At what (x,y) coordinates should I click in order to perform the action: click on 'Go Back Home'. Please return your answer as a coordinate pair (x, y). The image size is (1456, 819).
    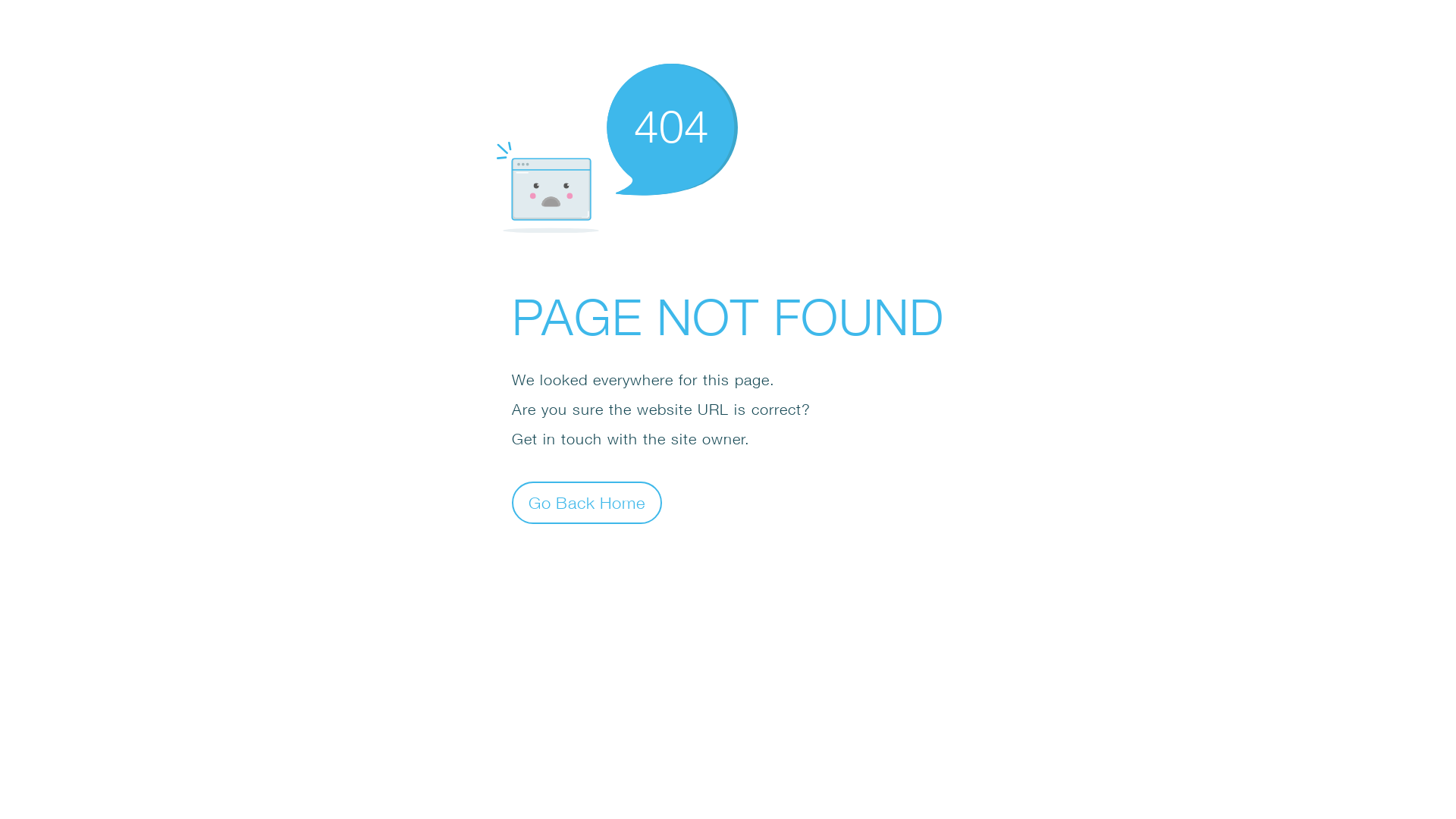
    Looking at the image, I should click on (585, 503).